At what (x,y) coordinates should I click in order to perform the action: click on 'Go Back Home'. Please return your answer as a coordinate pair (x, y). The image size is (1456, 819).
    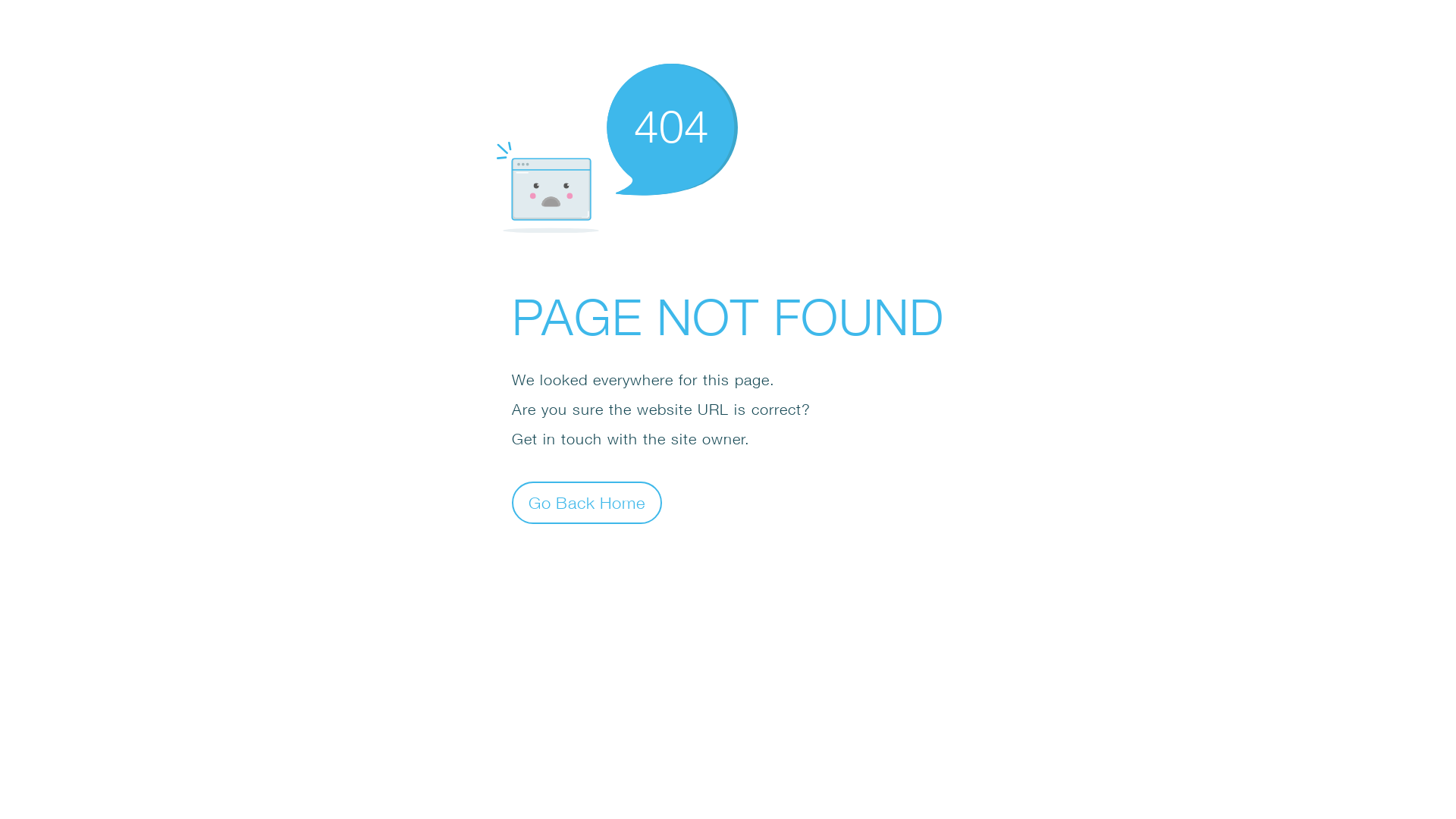
    Looking at the image, I should click on (585, 503).